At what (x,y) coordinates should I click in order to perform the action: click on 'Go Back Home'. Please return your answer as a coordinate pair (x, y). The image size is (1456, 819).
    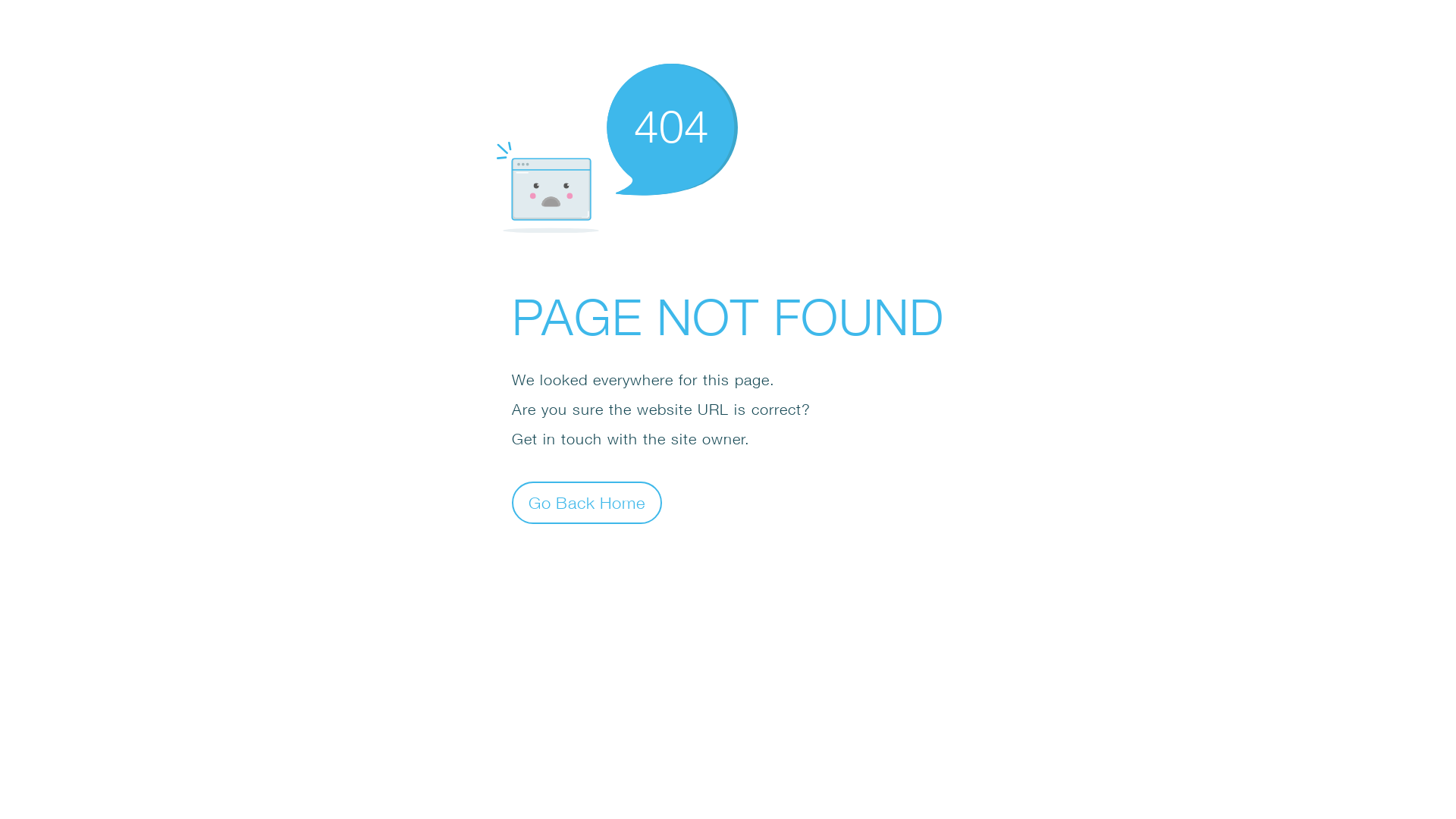
    Looking at the image, I should click on (585, 503).